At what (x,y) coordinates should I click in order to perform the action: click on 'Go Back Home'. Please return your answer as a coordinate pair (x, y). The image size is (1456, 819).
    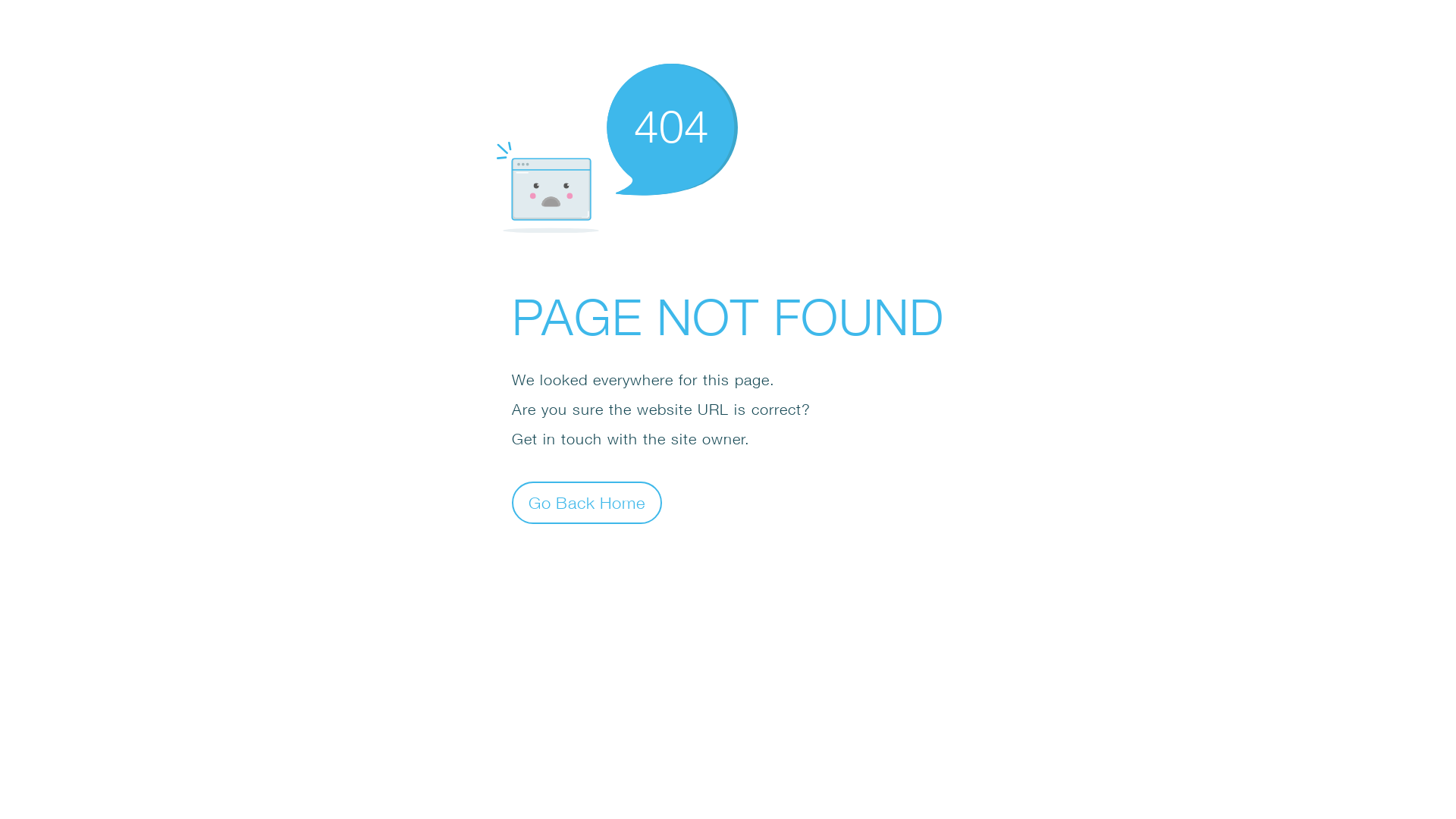
    Looking at the image, I should click on (585, 503).